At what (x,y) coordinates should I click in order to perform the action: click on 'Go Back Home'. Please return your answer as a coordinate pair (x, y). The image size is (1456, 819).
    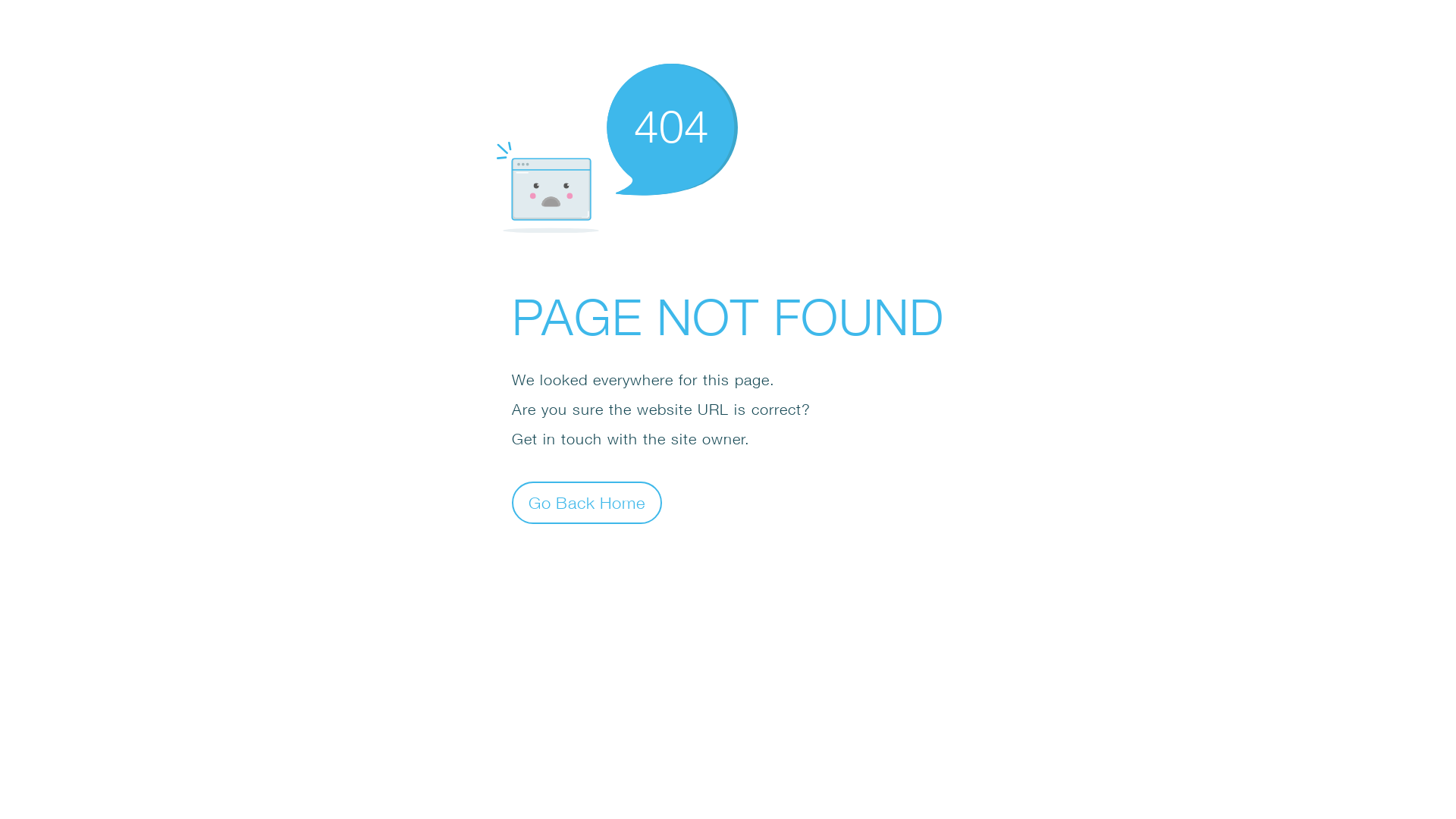
    Looking at the image, I should click on (585, 503).